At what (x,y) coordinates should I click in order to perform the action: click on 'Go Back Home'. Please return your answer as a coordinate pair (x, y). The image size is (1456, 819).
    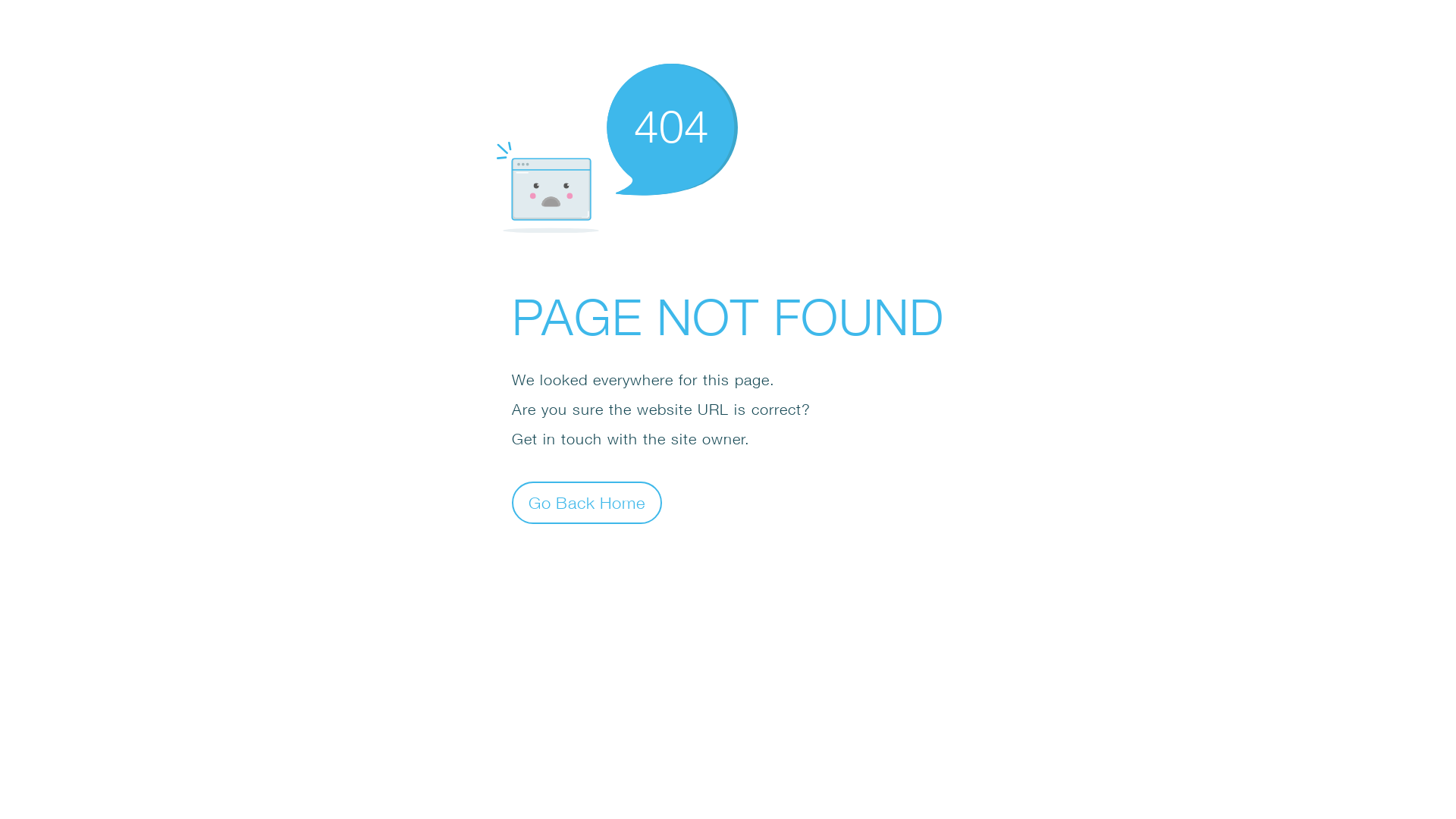
    Looking at the image, I should click on (585, 503).